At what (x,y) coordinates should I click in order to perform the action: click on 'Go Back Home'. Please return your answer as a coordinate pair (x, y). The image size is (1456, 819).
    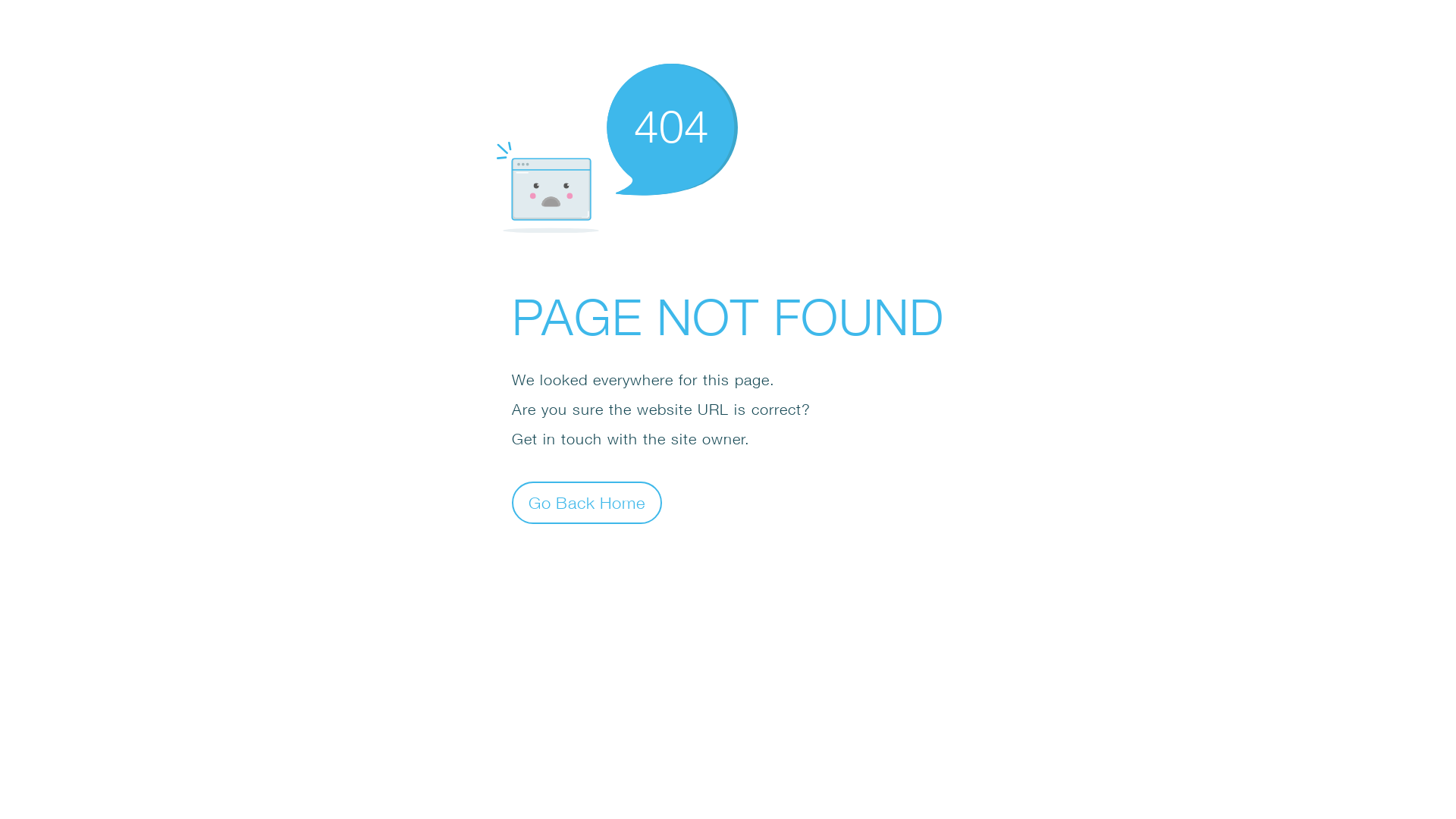
    Looking at the image, I should click on (585, 503).